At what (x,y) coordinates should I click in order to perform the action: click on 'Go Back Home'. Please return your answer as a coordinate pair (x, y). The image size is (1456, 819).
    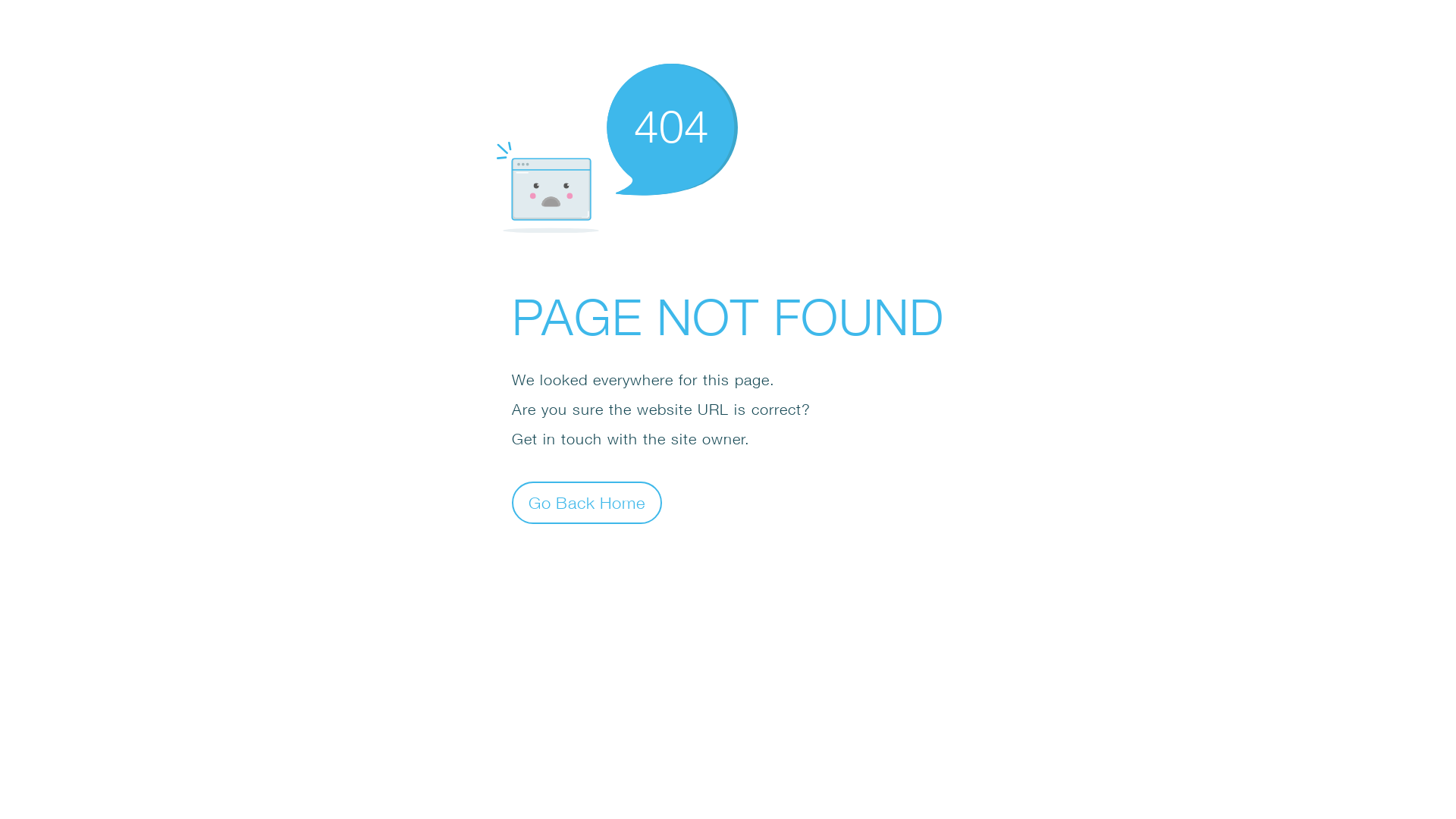
    Looking at the image, I should click on (585, 503).